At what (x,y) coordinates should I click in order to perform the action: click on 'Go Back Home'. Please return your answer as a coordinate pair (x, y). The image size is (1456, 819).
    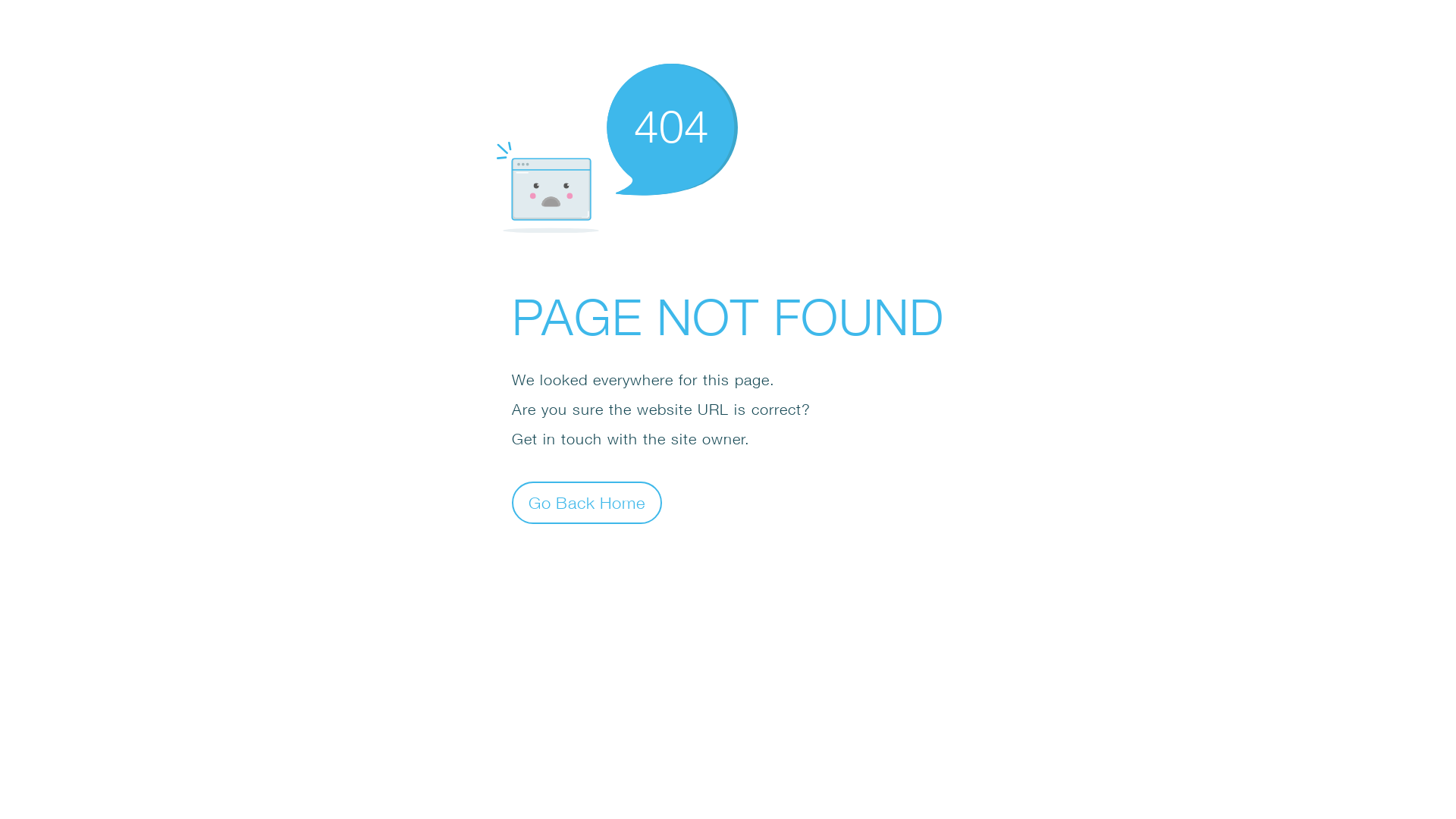
    Looking at the image, I should click on (585, 503).